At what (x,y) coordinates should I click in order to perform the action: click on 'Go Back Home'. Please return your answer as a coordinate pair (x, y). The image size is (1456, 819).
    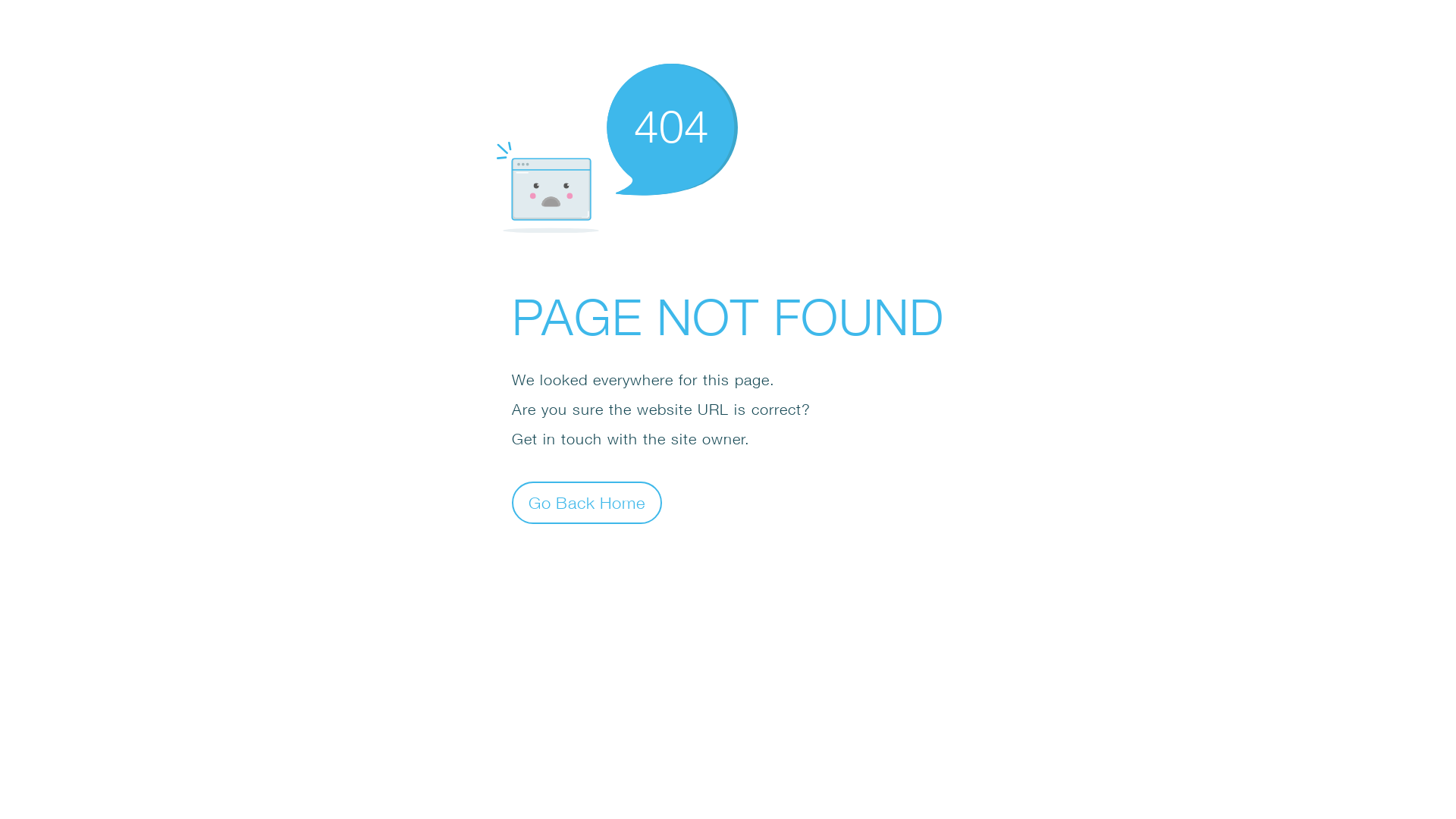
    Looking at the image, I should click on (585, 503).